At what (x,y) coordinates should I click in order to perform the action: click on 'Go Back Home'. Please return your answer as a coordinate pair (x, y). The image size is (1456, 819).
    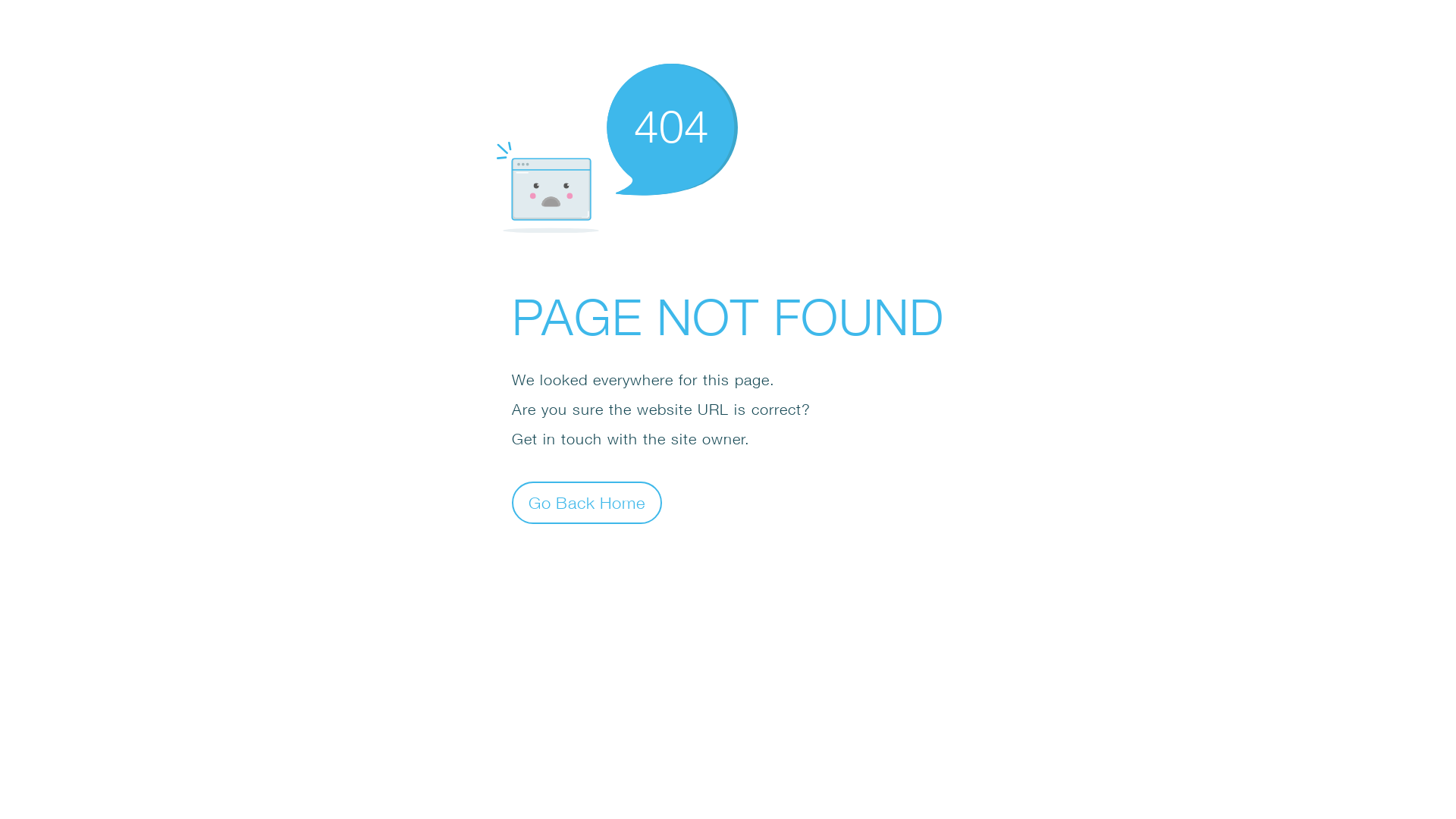
    Looking at the image, I should click on (585, 503).